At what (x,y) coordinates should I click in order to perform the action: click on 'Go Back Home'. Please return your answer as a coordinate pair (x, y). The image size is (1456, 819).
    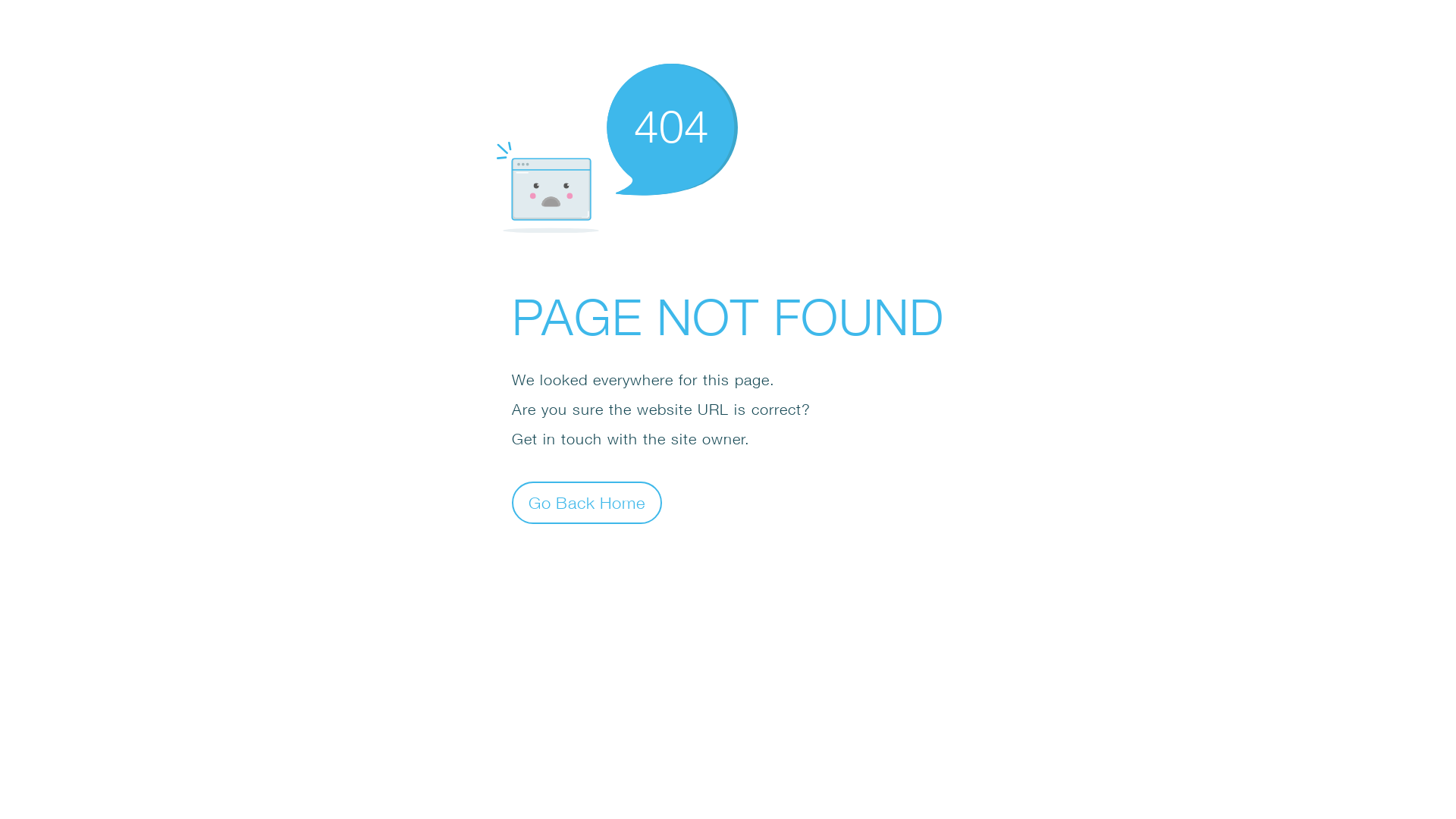
    Looking at the image, I should click on (585, 503).